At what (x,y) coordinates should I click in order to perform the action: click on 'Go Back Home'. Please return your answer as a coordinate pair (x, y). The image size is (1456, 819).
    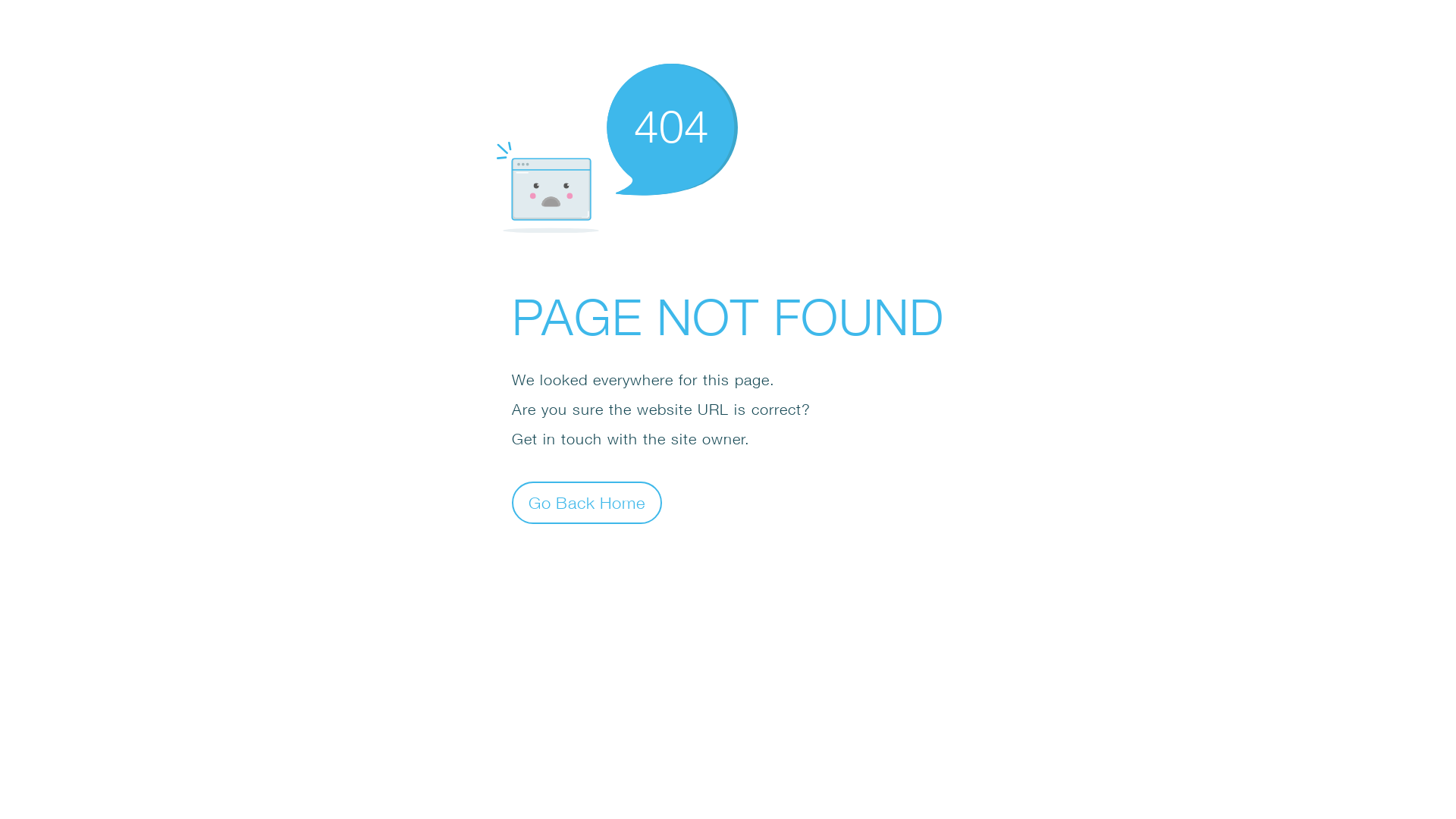
    Looking at the image, I should click on (585, 503).